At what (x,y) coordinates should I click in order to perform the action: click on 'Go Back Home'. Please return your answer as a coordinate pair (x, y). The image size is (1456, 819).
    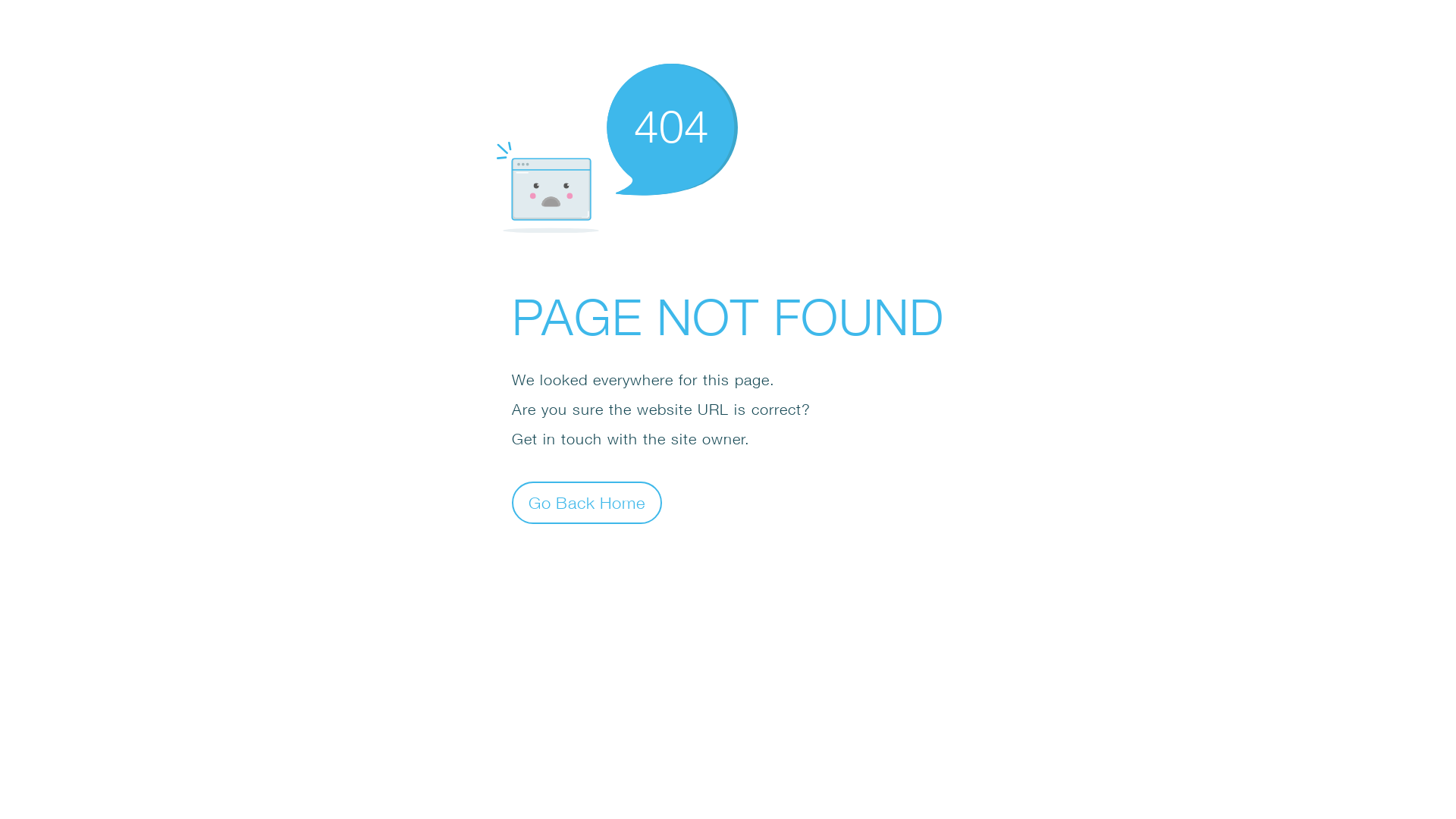
    Looking at the image, I should click on (585, 503).